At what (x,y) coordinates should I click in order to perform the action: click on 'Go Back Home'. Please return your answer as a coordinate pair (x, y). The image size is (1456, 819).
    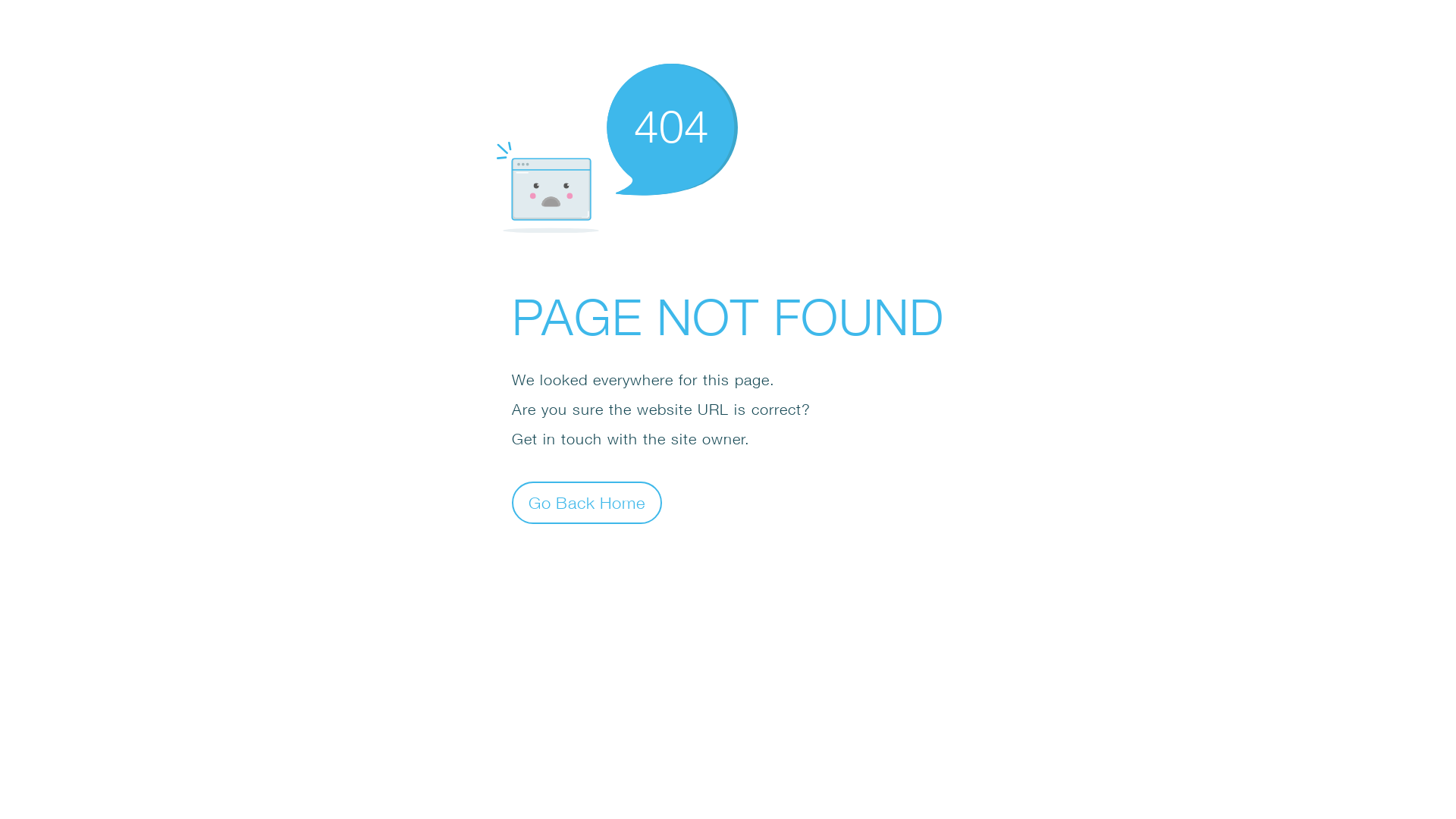
    Looking at the image, I should click on (585, 503).